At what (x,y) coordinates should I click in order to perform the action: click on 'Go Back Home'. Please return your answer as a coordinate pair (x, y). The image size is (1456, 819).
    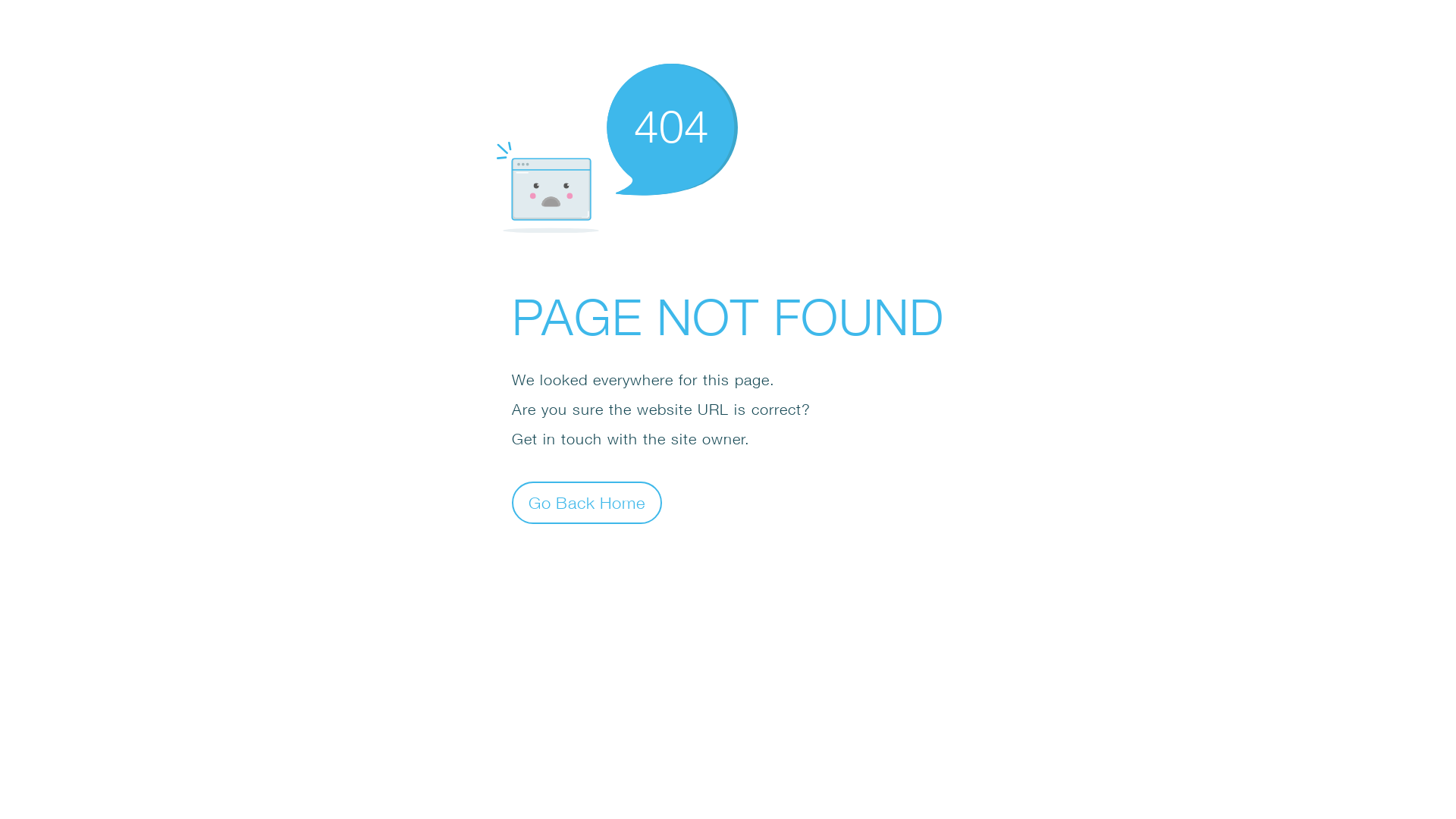
    Looking at the image, I should click on (585, 503).